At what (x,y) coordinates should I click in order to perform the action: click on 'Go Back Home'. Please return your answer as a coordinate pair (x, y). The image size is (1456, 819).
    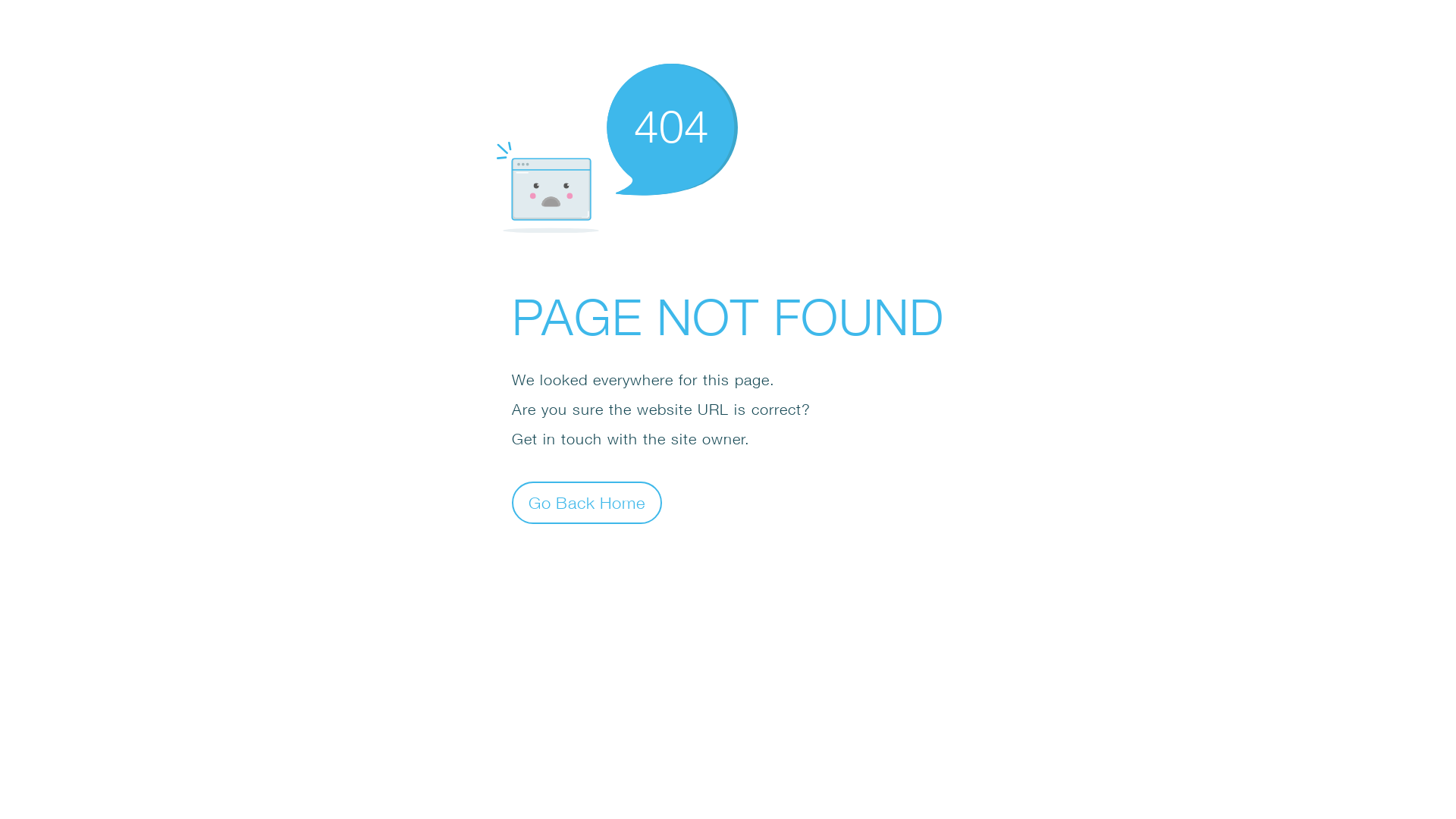
    Looking at the image, I should click on (585, 503).